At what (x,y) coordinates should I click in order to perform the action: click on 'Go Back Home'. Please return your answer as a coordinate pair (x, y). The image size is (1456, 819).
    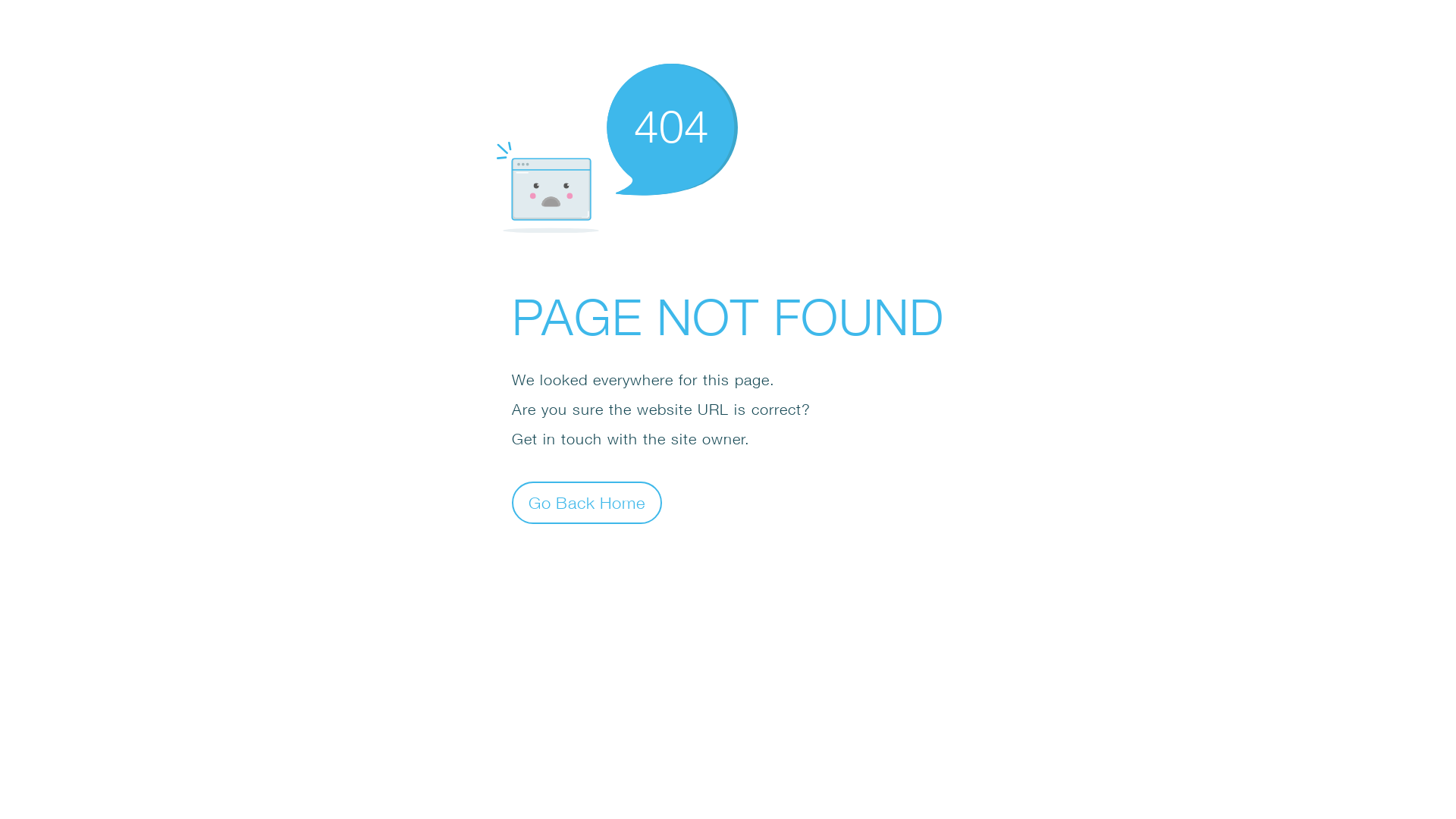
    Looking at the image, I should click on (585, 503).